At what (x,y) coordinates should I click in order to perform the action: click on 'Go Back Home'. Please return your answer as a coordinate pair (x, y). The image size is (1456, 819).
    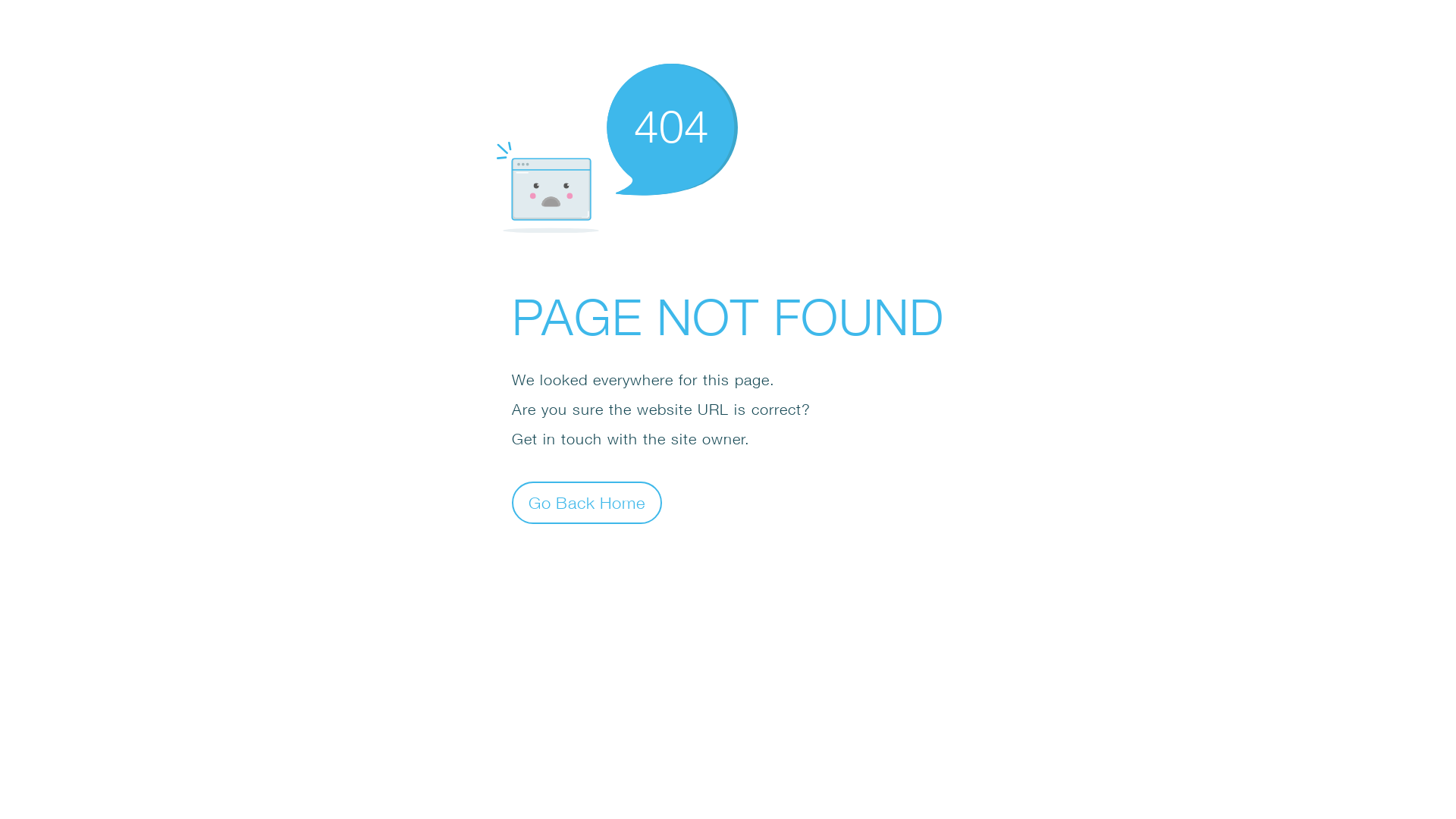
    Looking at the image, I should click on (585, 503).